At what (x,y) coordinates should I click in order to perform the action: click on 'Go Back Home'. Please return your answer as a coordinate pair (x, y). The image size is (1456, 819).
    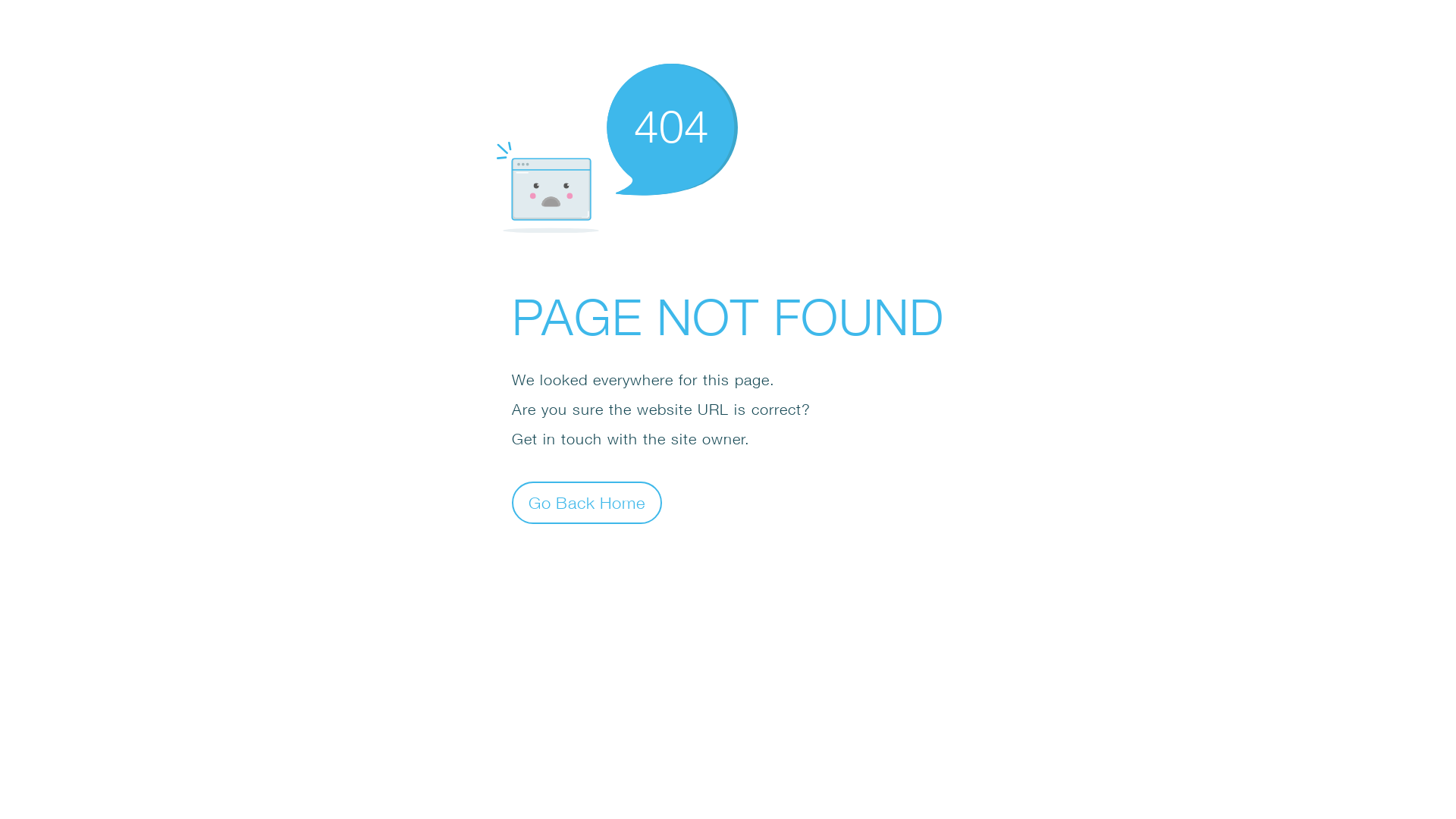
    Looking at the image, I should click on (585, 503).